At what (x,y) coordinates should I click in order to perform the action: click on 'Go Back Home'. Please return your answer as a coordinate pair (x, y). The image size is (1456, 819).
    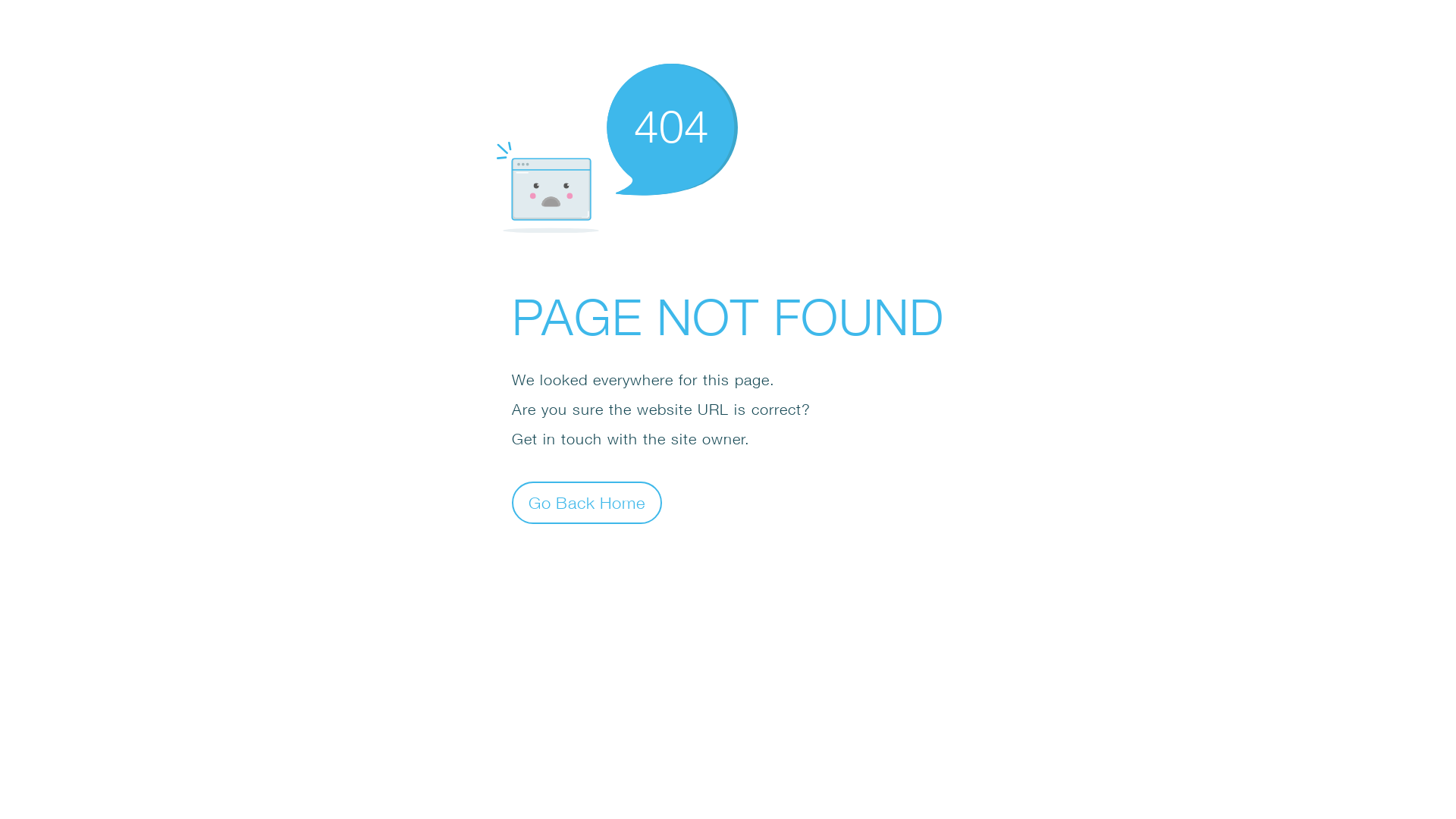
    Looking at the image, I should click on (585, 503).